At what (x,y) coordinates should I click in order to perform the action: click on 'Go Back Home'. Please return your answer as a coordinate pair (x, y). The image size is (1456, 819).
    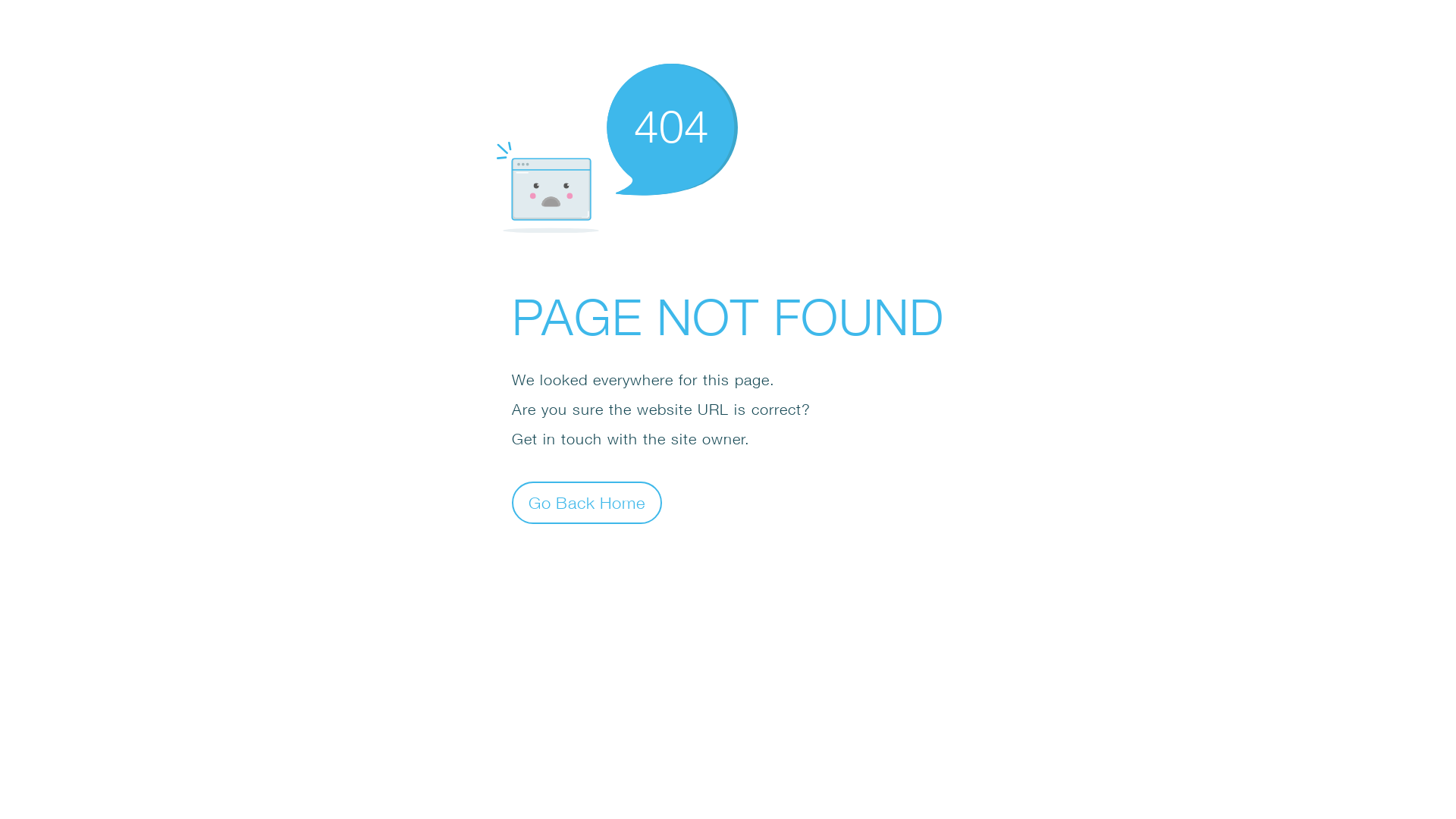
    Looking at the image, I should click on (585, 503).